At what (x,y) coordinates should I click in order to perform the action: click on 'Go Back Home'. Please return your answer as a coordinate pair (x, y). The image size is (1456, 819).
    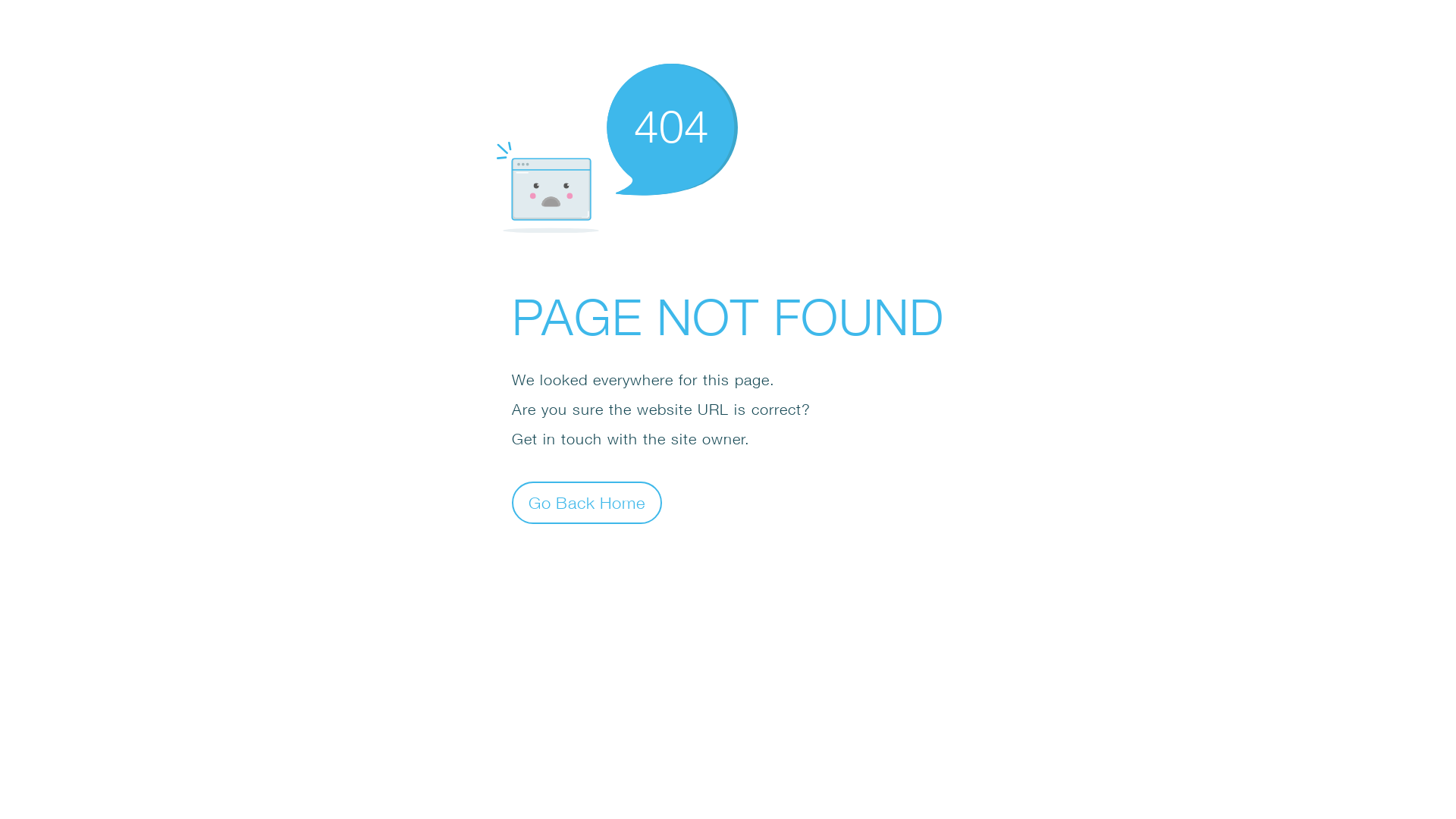
    Looking at the image, I should click on (585, 503).